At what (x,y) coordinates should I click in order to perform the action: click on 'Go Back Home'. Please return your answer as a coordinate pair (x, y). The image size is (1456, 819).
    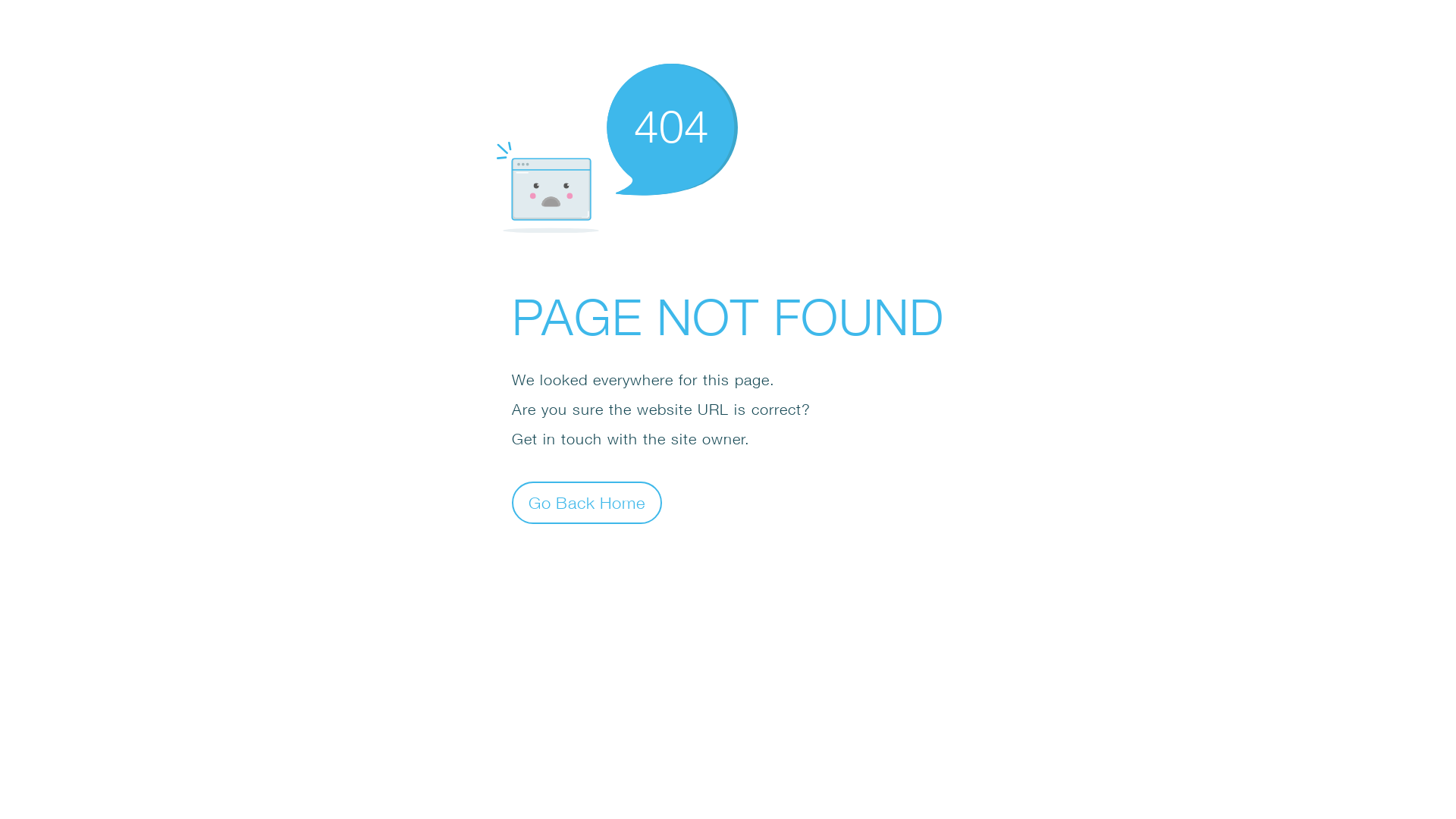
    Looking at the image, I should click on (585, 503).